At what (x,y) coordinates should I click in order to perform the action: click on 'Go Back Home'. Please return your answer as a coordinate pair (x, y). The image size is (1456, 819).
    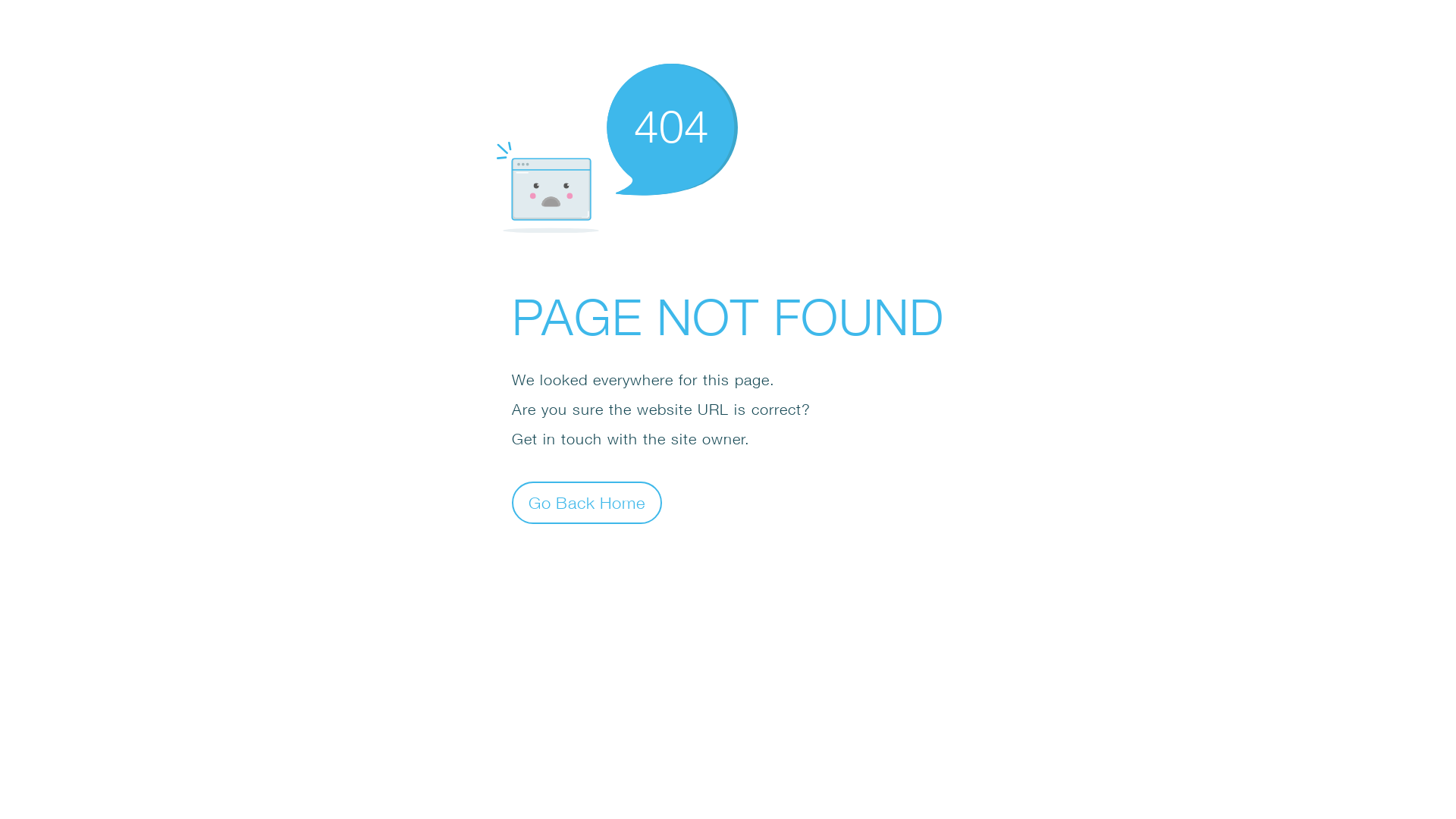
    Looking at the image, I should click on (585, 503).